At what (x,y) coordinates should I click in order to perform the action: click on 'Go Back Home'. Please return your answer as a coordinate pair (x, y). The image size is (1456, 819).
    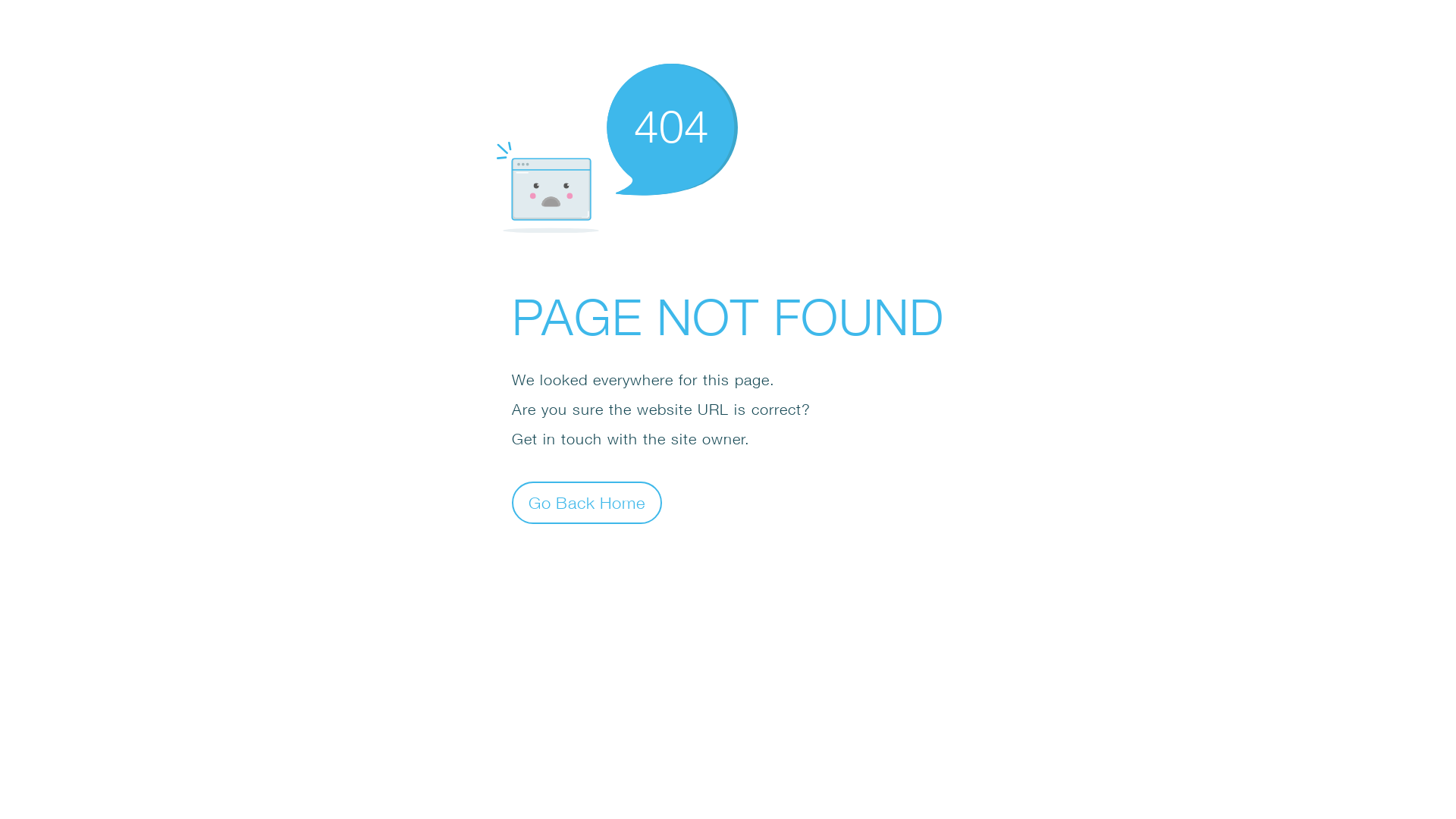
    Looking at the image, I should click on (585, 503).